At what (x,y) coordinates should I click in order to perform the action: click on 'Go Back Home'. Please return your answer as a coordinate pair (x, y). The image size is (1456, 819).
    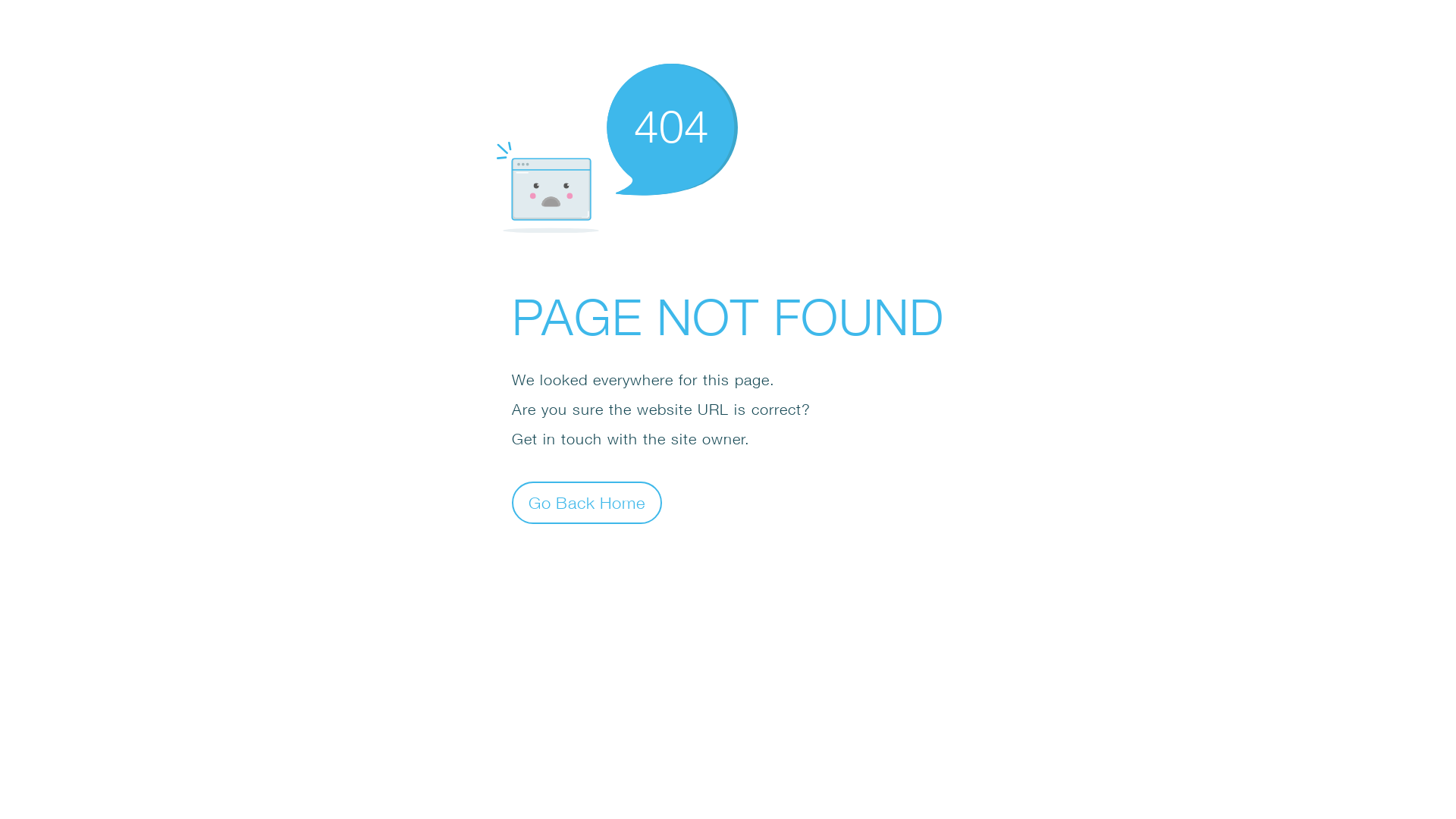
    Looking at the image, I should click on (585, 503).